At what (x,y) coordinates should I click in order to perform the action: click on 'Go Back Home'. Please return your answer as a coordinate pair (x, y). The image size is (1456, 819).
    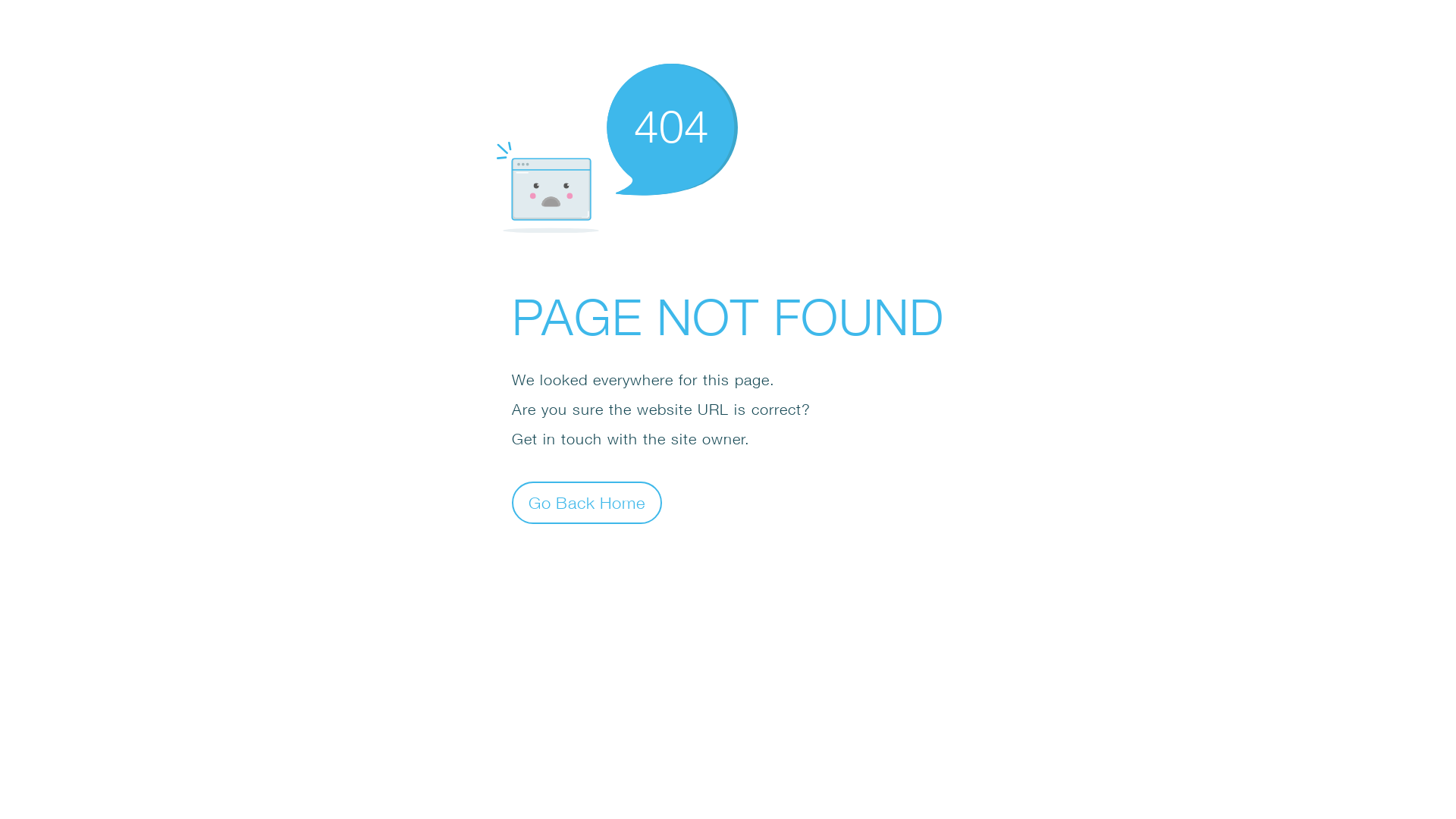
    Looking at the image, I should click on (585, 503).